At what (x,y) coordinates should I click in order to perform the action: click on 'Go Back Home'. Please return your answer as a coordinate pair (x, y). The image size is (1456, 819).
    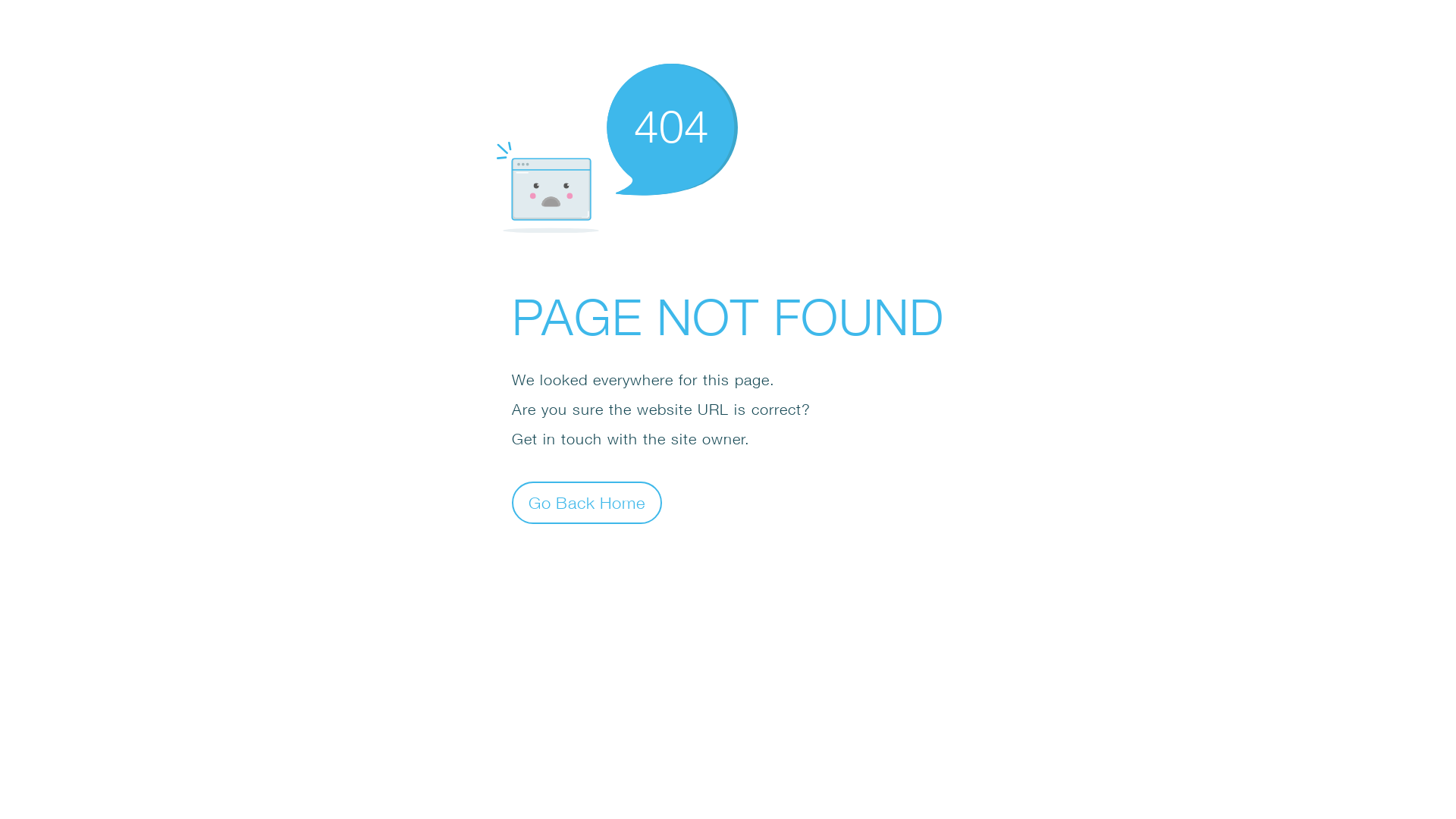
    Looking at the image, I should click on (585, 503).